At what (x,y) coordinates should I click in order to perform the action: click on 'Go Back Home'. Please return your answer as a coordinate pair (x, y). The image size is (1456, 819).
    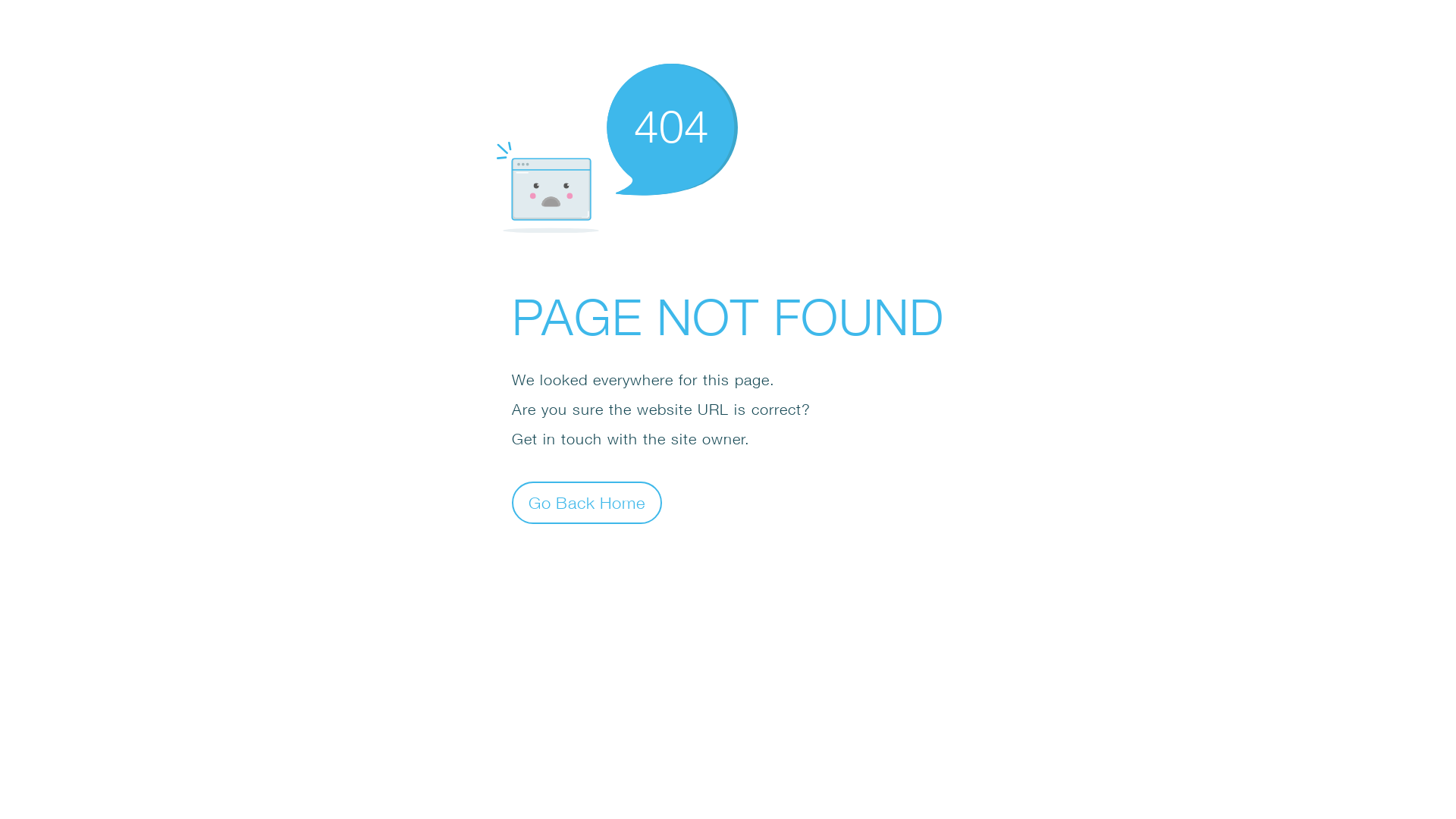
    Looking at the image, I should click on (585, 503).